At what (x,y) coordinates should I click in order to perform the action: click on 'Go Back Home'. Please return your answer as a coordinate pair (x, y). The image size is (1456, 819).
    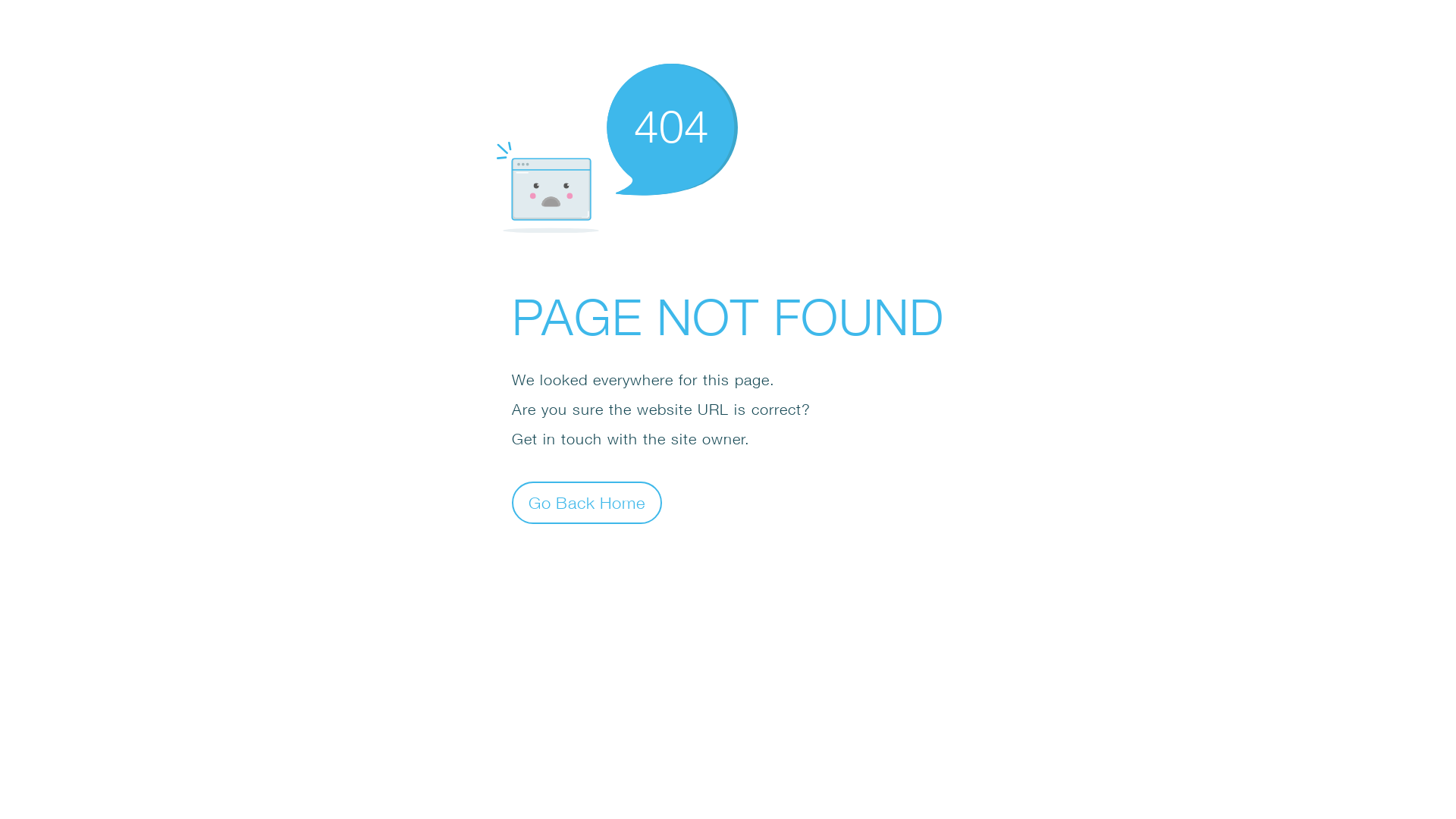
    Looking at the image, I should click on (585, 503).